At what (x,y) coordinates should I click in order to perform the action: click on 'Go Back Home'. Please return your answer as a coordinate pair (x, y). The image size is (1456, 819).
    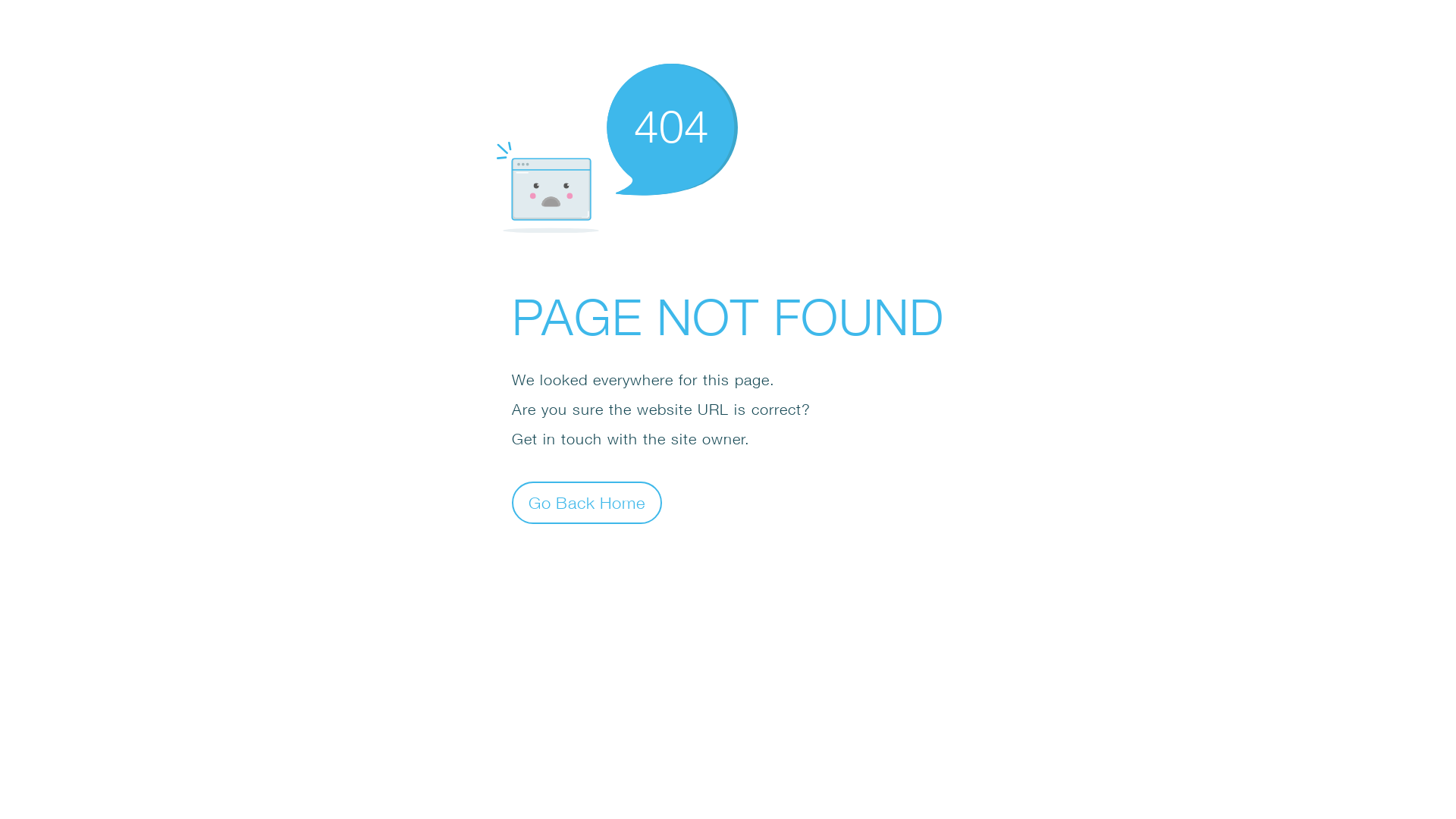
    Looking at the image, I should click on (585, 503).